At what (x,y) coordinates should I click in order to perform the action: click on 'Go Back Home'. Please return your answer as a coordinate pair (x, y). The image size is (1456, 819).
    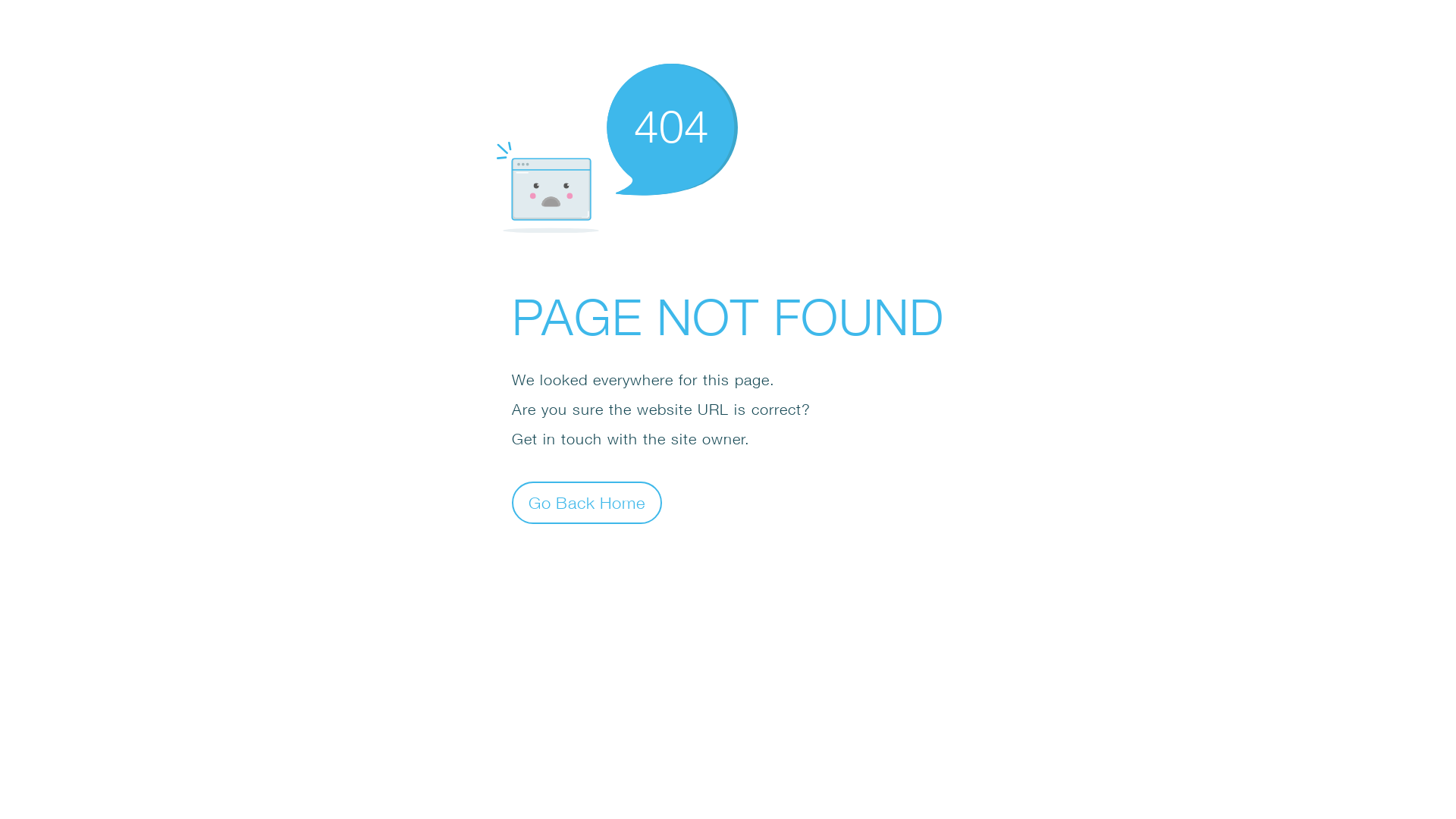
    Looking at the image, I should click on (585, 503).